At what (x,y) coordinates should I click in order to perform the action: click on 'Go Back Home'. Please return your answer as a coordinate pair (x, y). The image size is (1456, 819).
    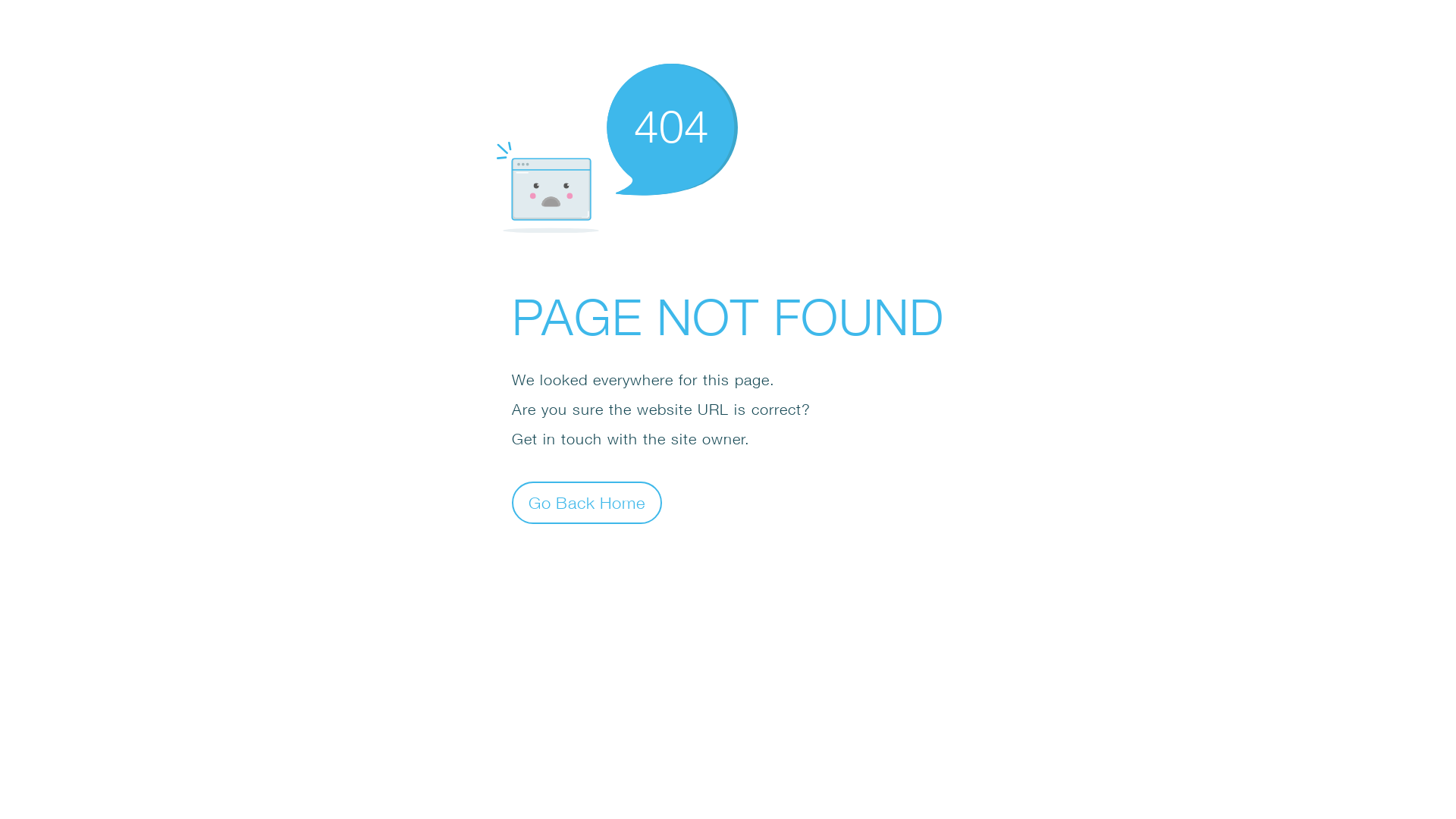
    Looking at the image, I should click on (585, 503).